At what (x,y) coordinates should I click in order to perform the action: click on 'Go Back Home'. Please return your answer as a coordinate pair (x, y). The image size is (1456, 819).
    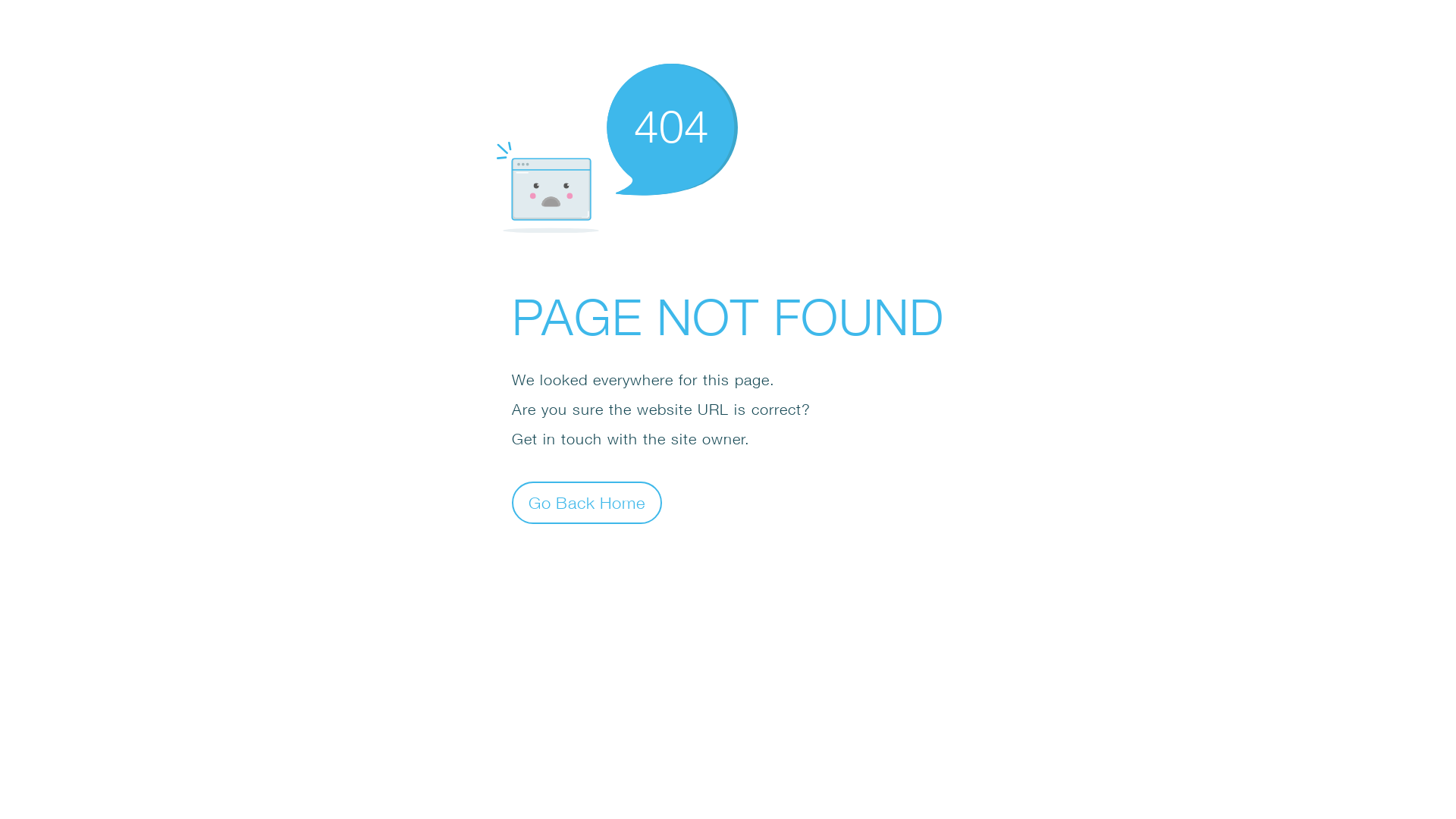
    Looking at the image, I should click on (585, 503).